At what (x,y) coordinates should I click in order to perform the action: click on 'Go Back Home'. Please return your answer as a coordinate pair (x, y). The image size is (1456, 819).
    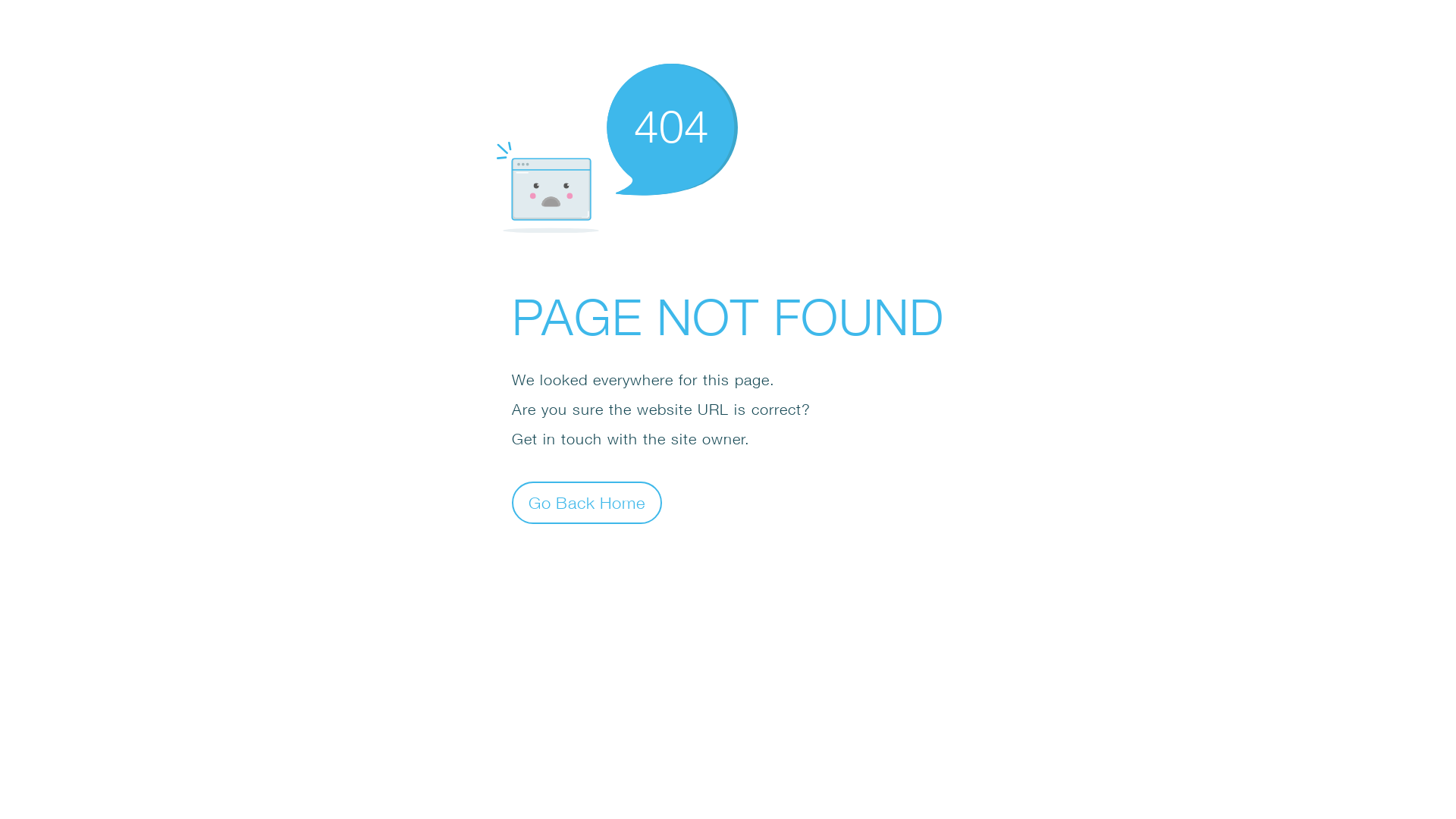
    Looking at the image, I should click on (585, 503).